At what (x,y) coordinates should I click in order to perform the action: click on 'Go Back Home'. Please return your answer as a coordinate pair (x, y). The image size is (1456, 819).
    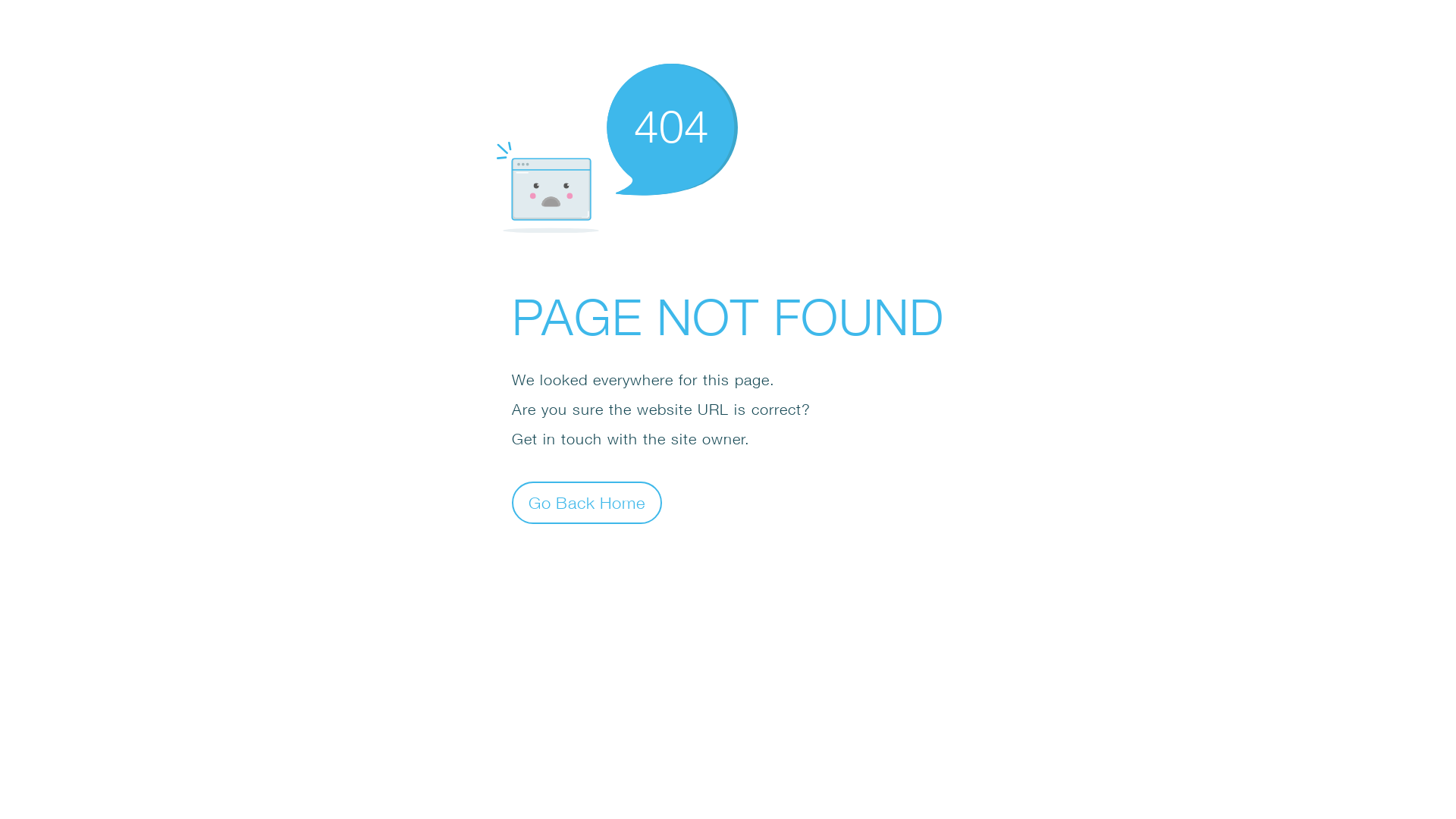
    Looking at the image, I should click on (585, 503).